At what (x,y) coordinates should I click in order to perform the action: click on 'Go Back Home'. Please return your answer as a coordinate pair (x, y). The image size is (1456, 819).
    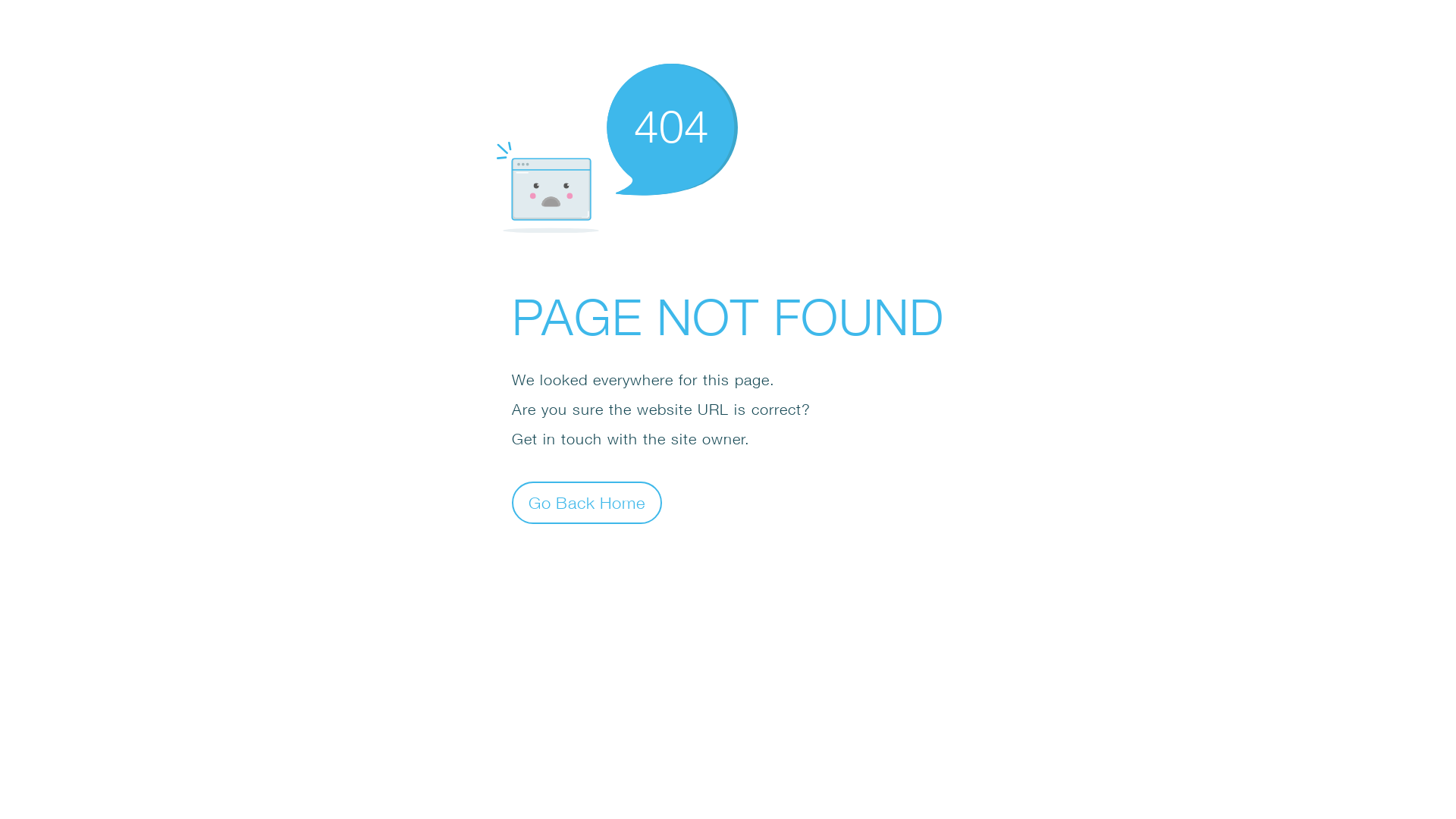
    Looking at the image, I should click on (585, 503).